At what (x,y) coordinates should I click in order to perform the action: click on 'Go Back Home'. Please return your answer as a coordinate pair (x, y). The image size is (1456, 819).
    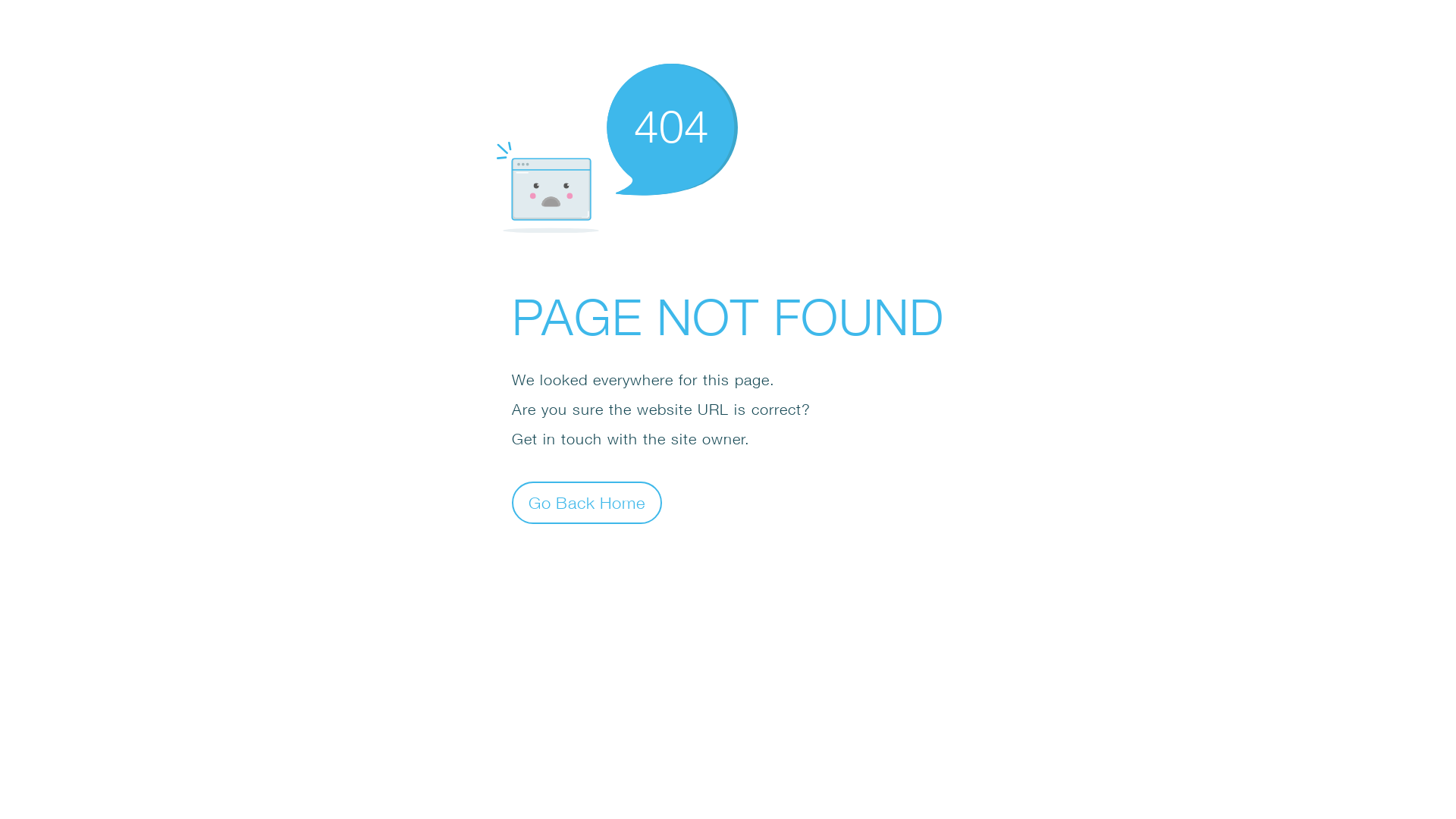
    Looking at the image, I should click on (585, 503).